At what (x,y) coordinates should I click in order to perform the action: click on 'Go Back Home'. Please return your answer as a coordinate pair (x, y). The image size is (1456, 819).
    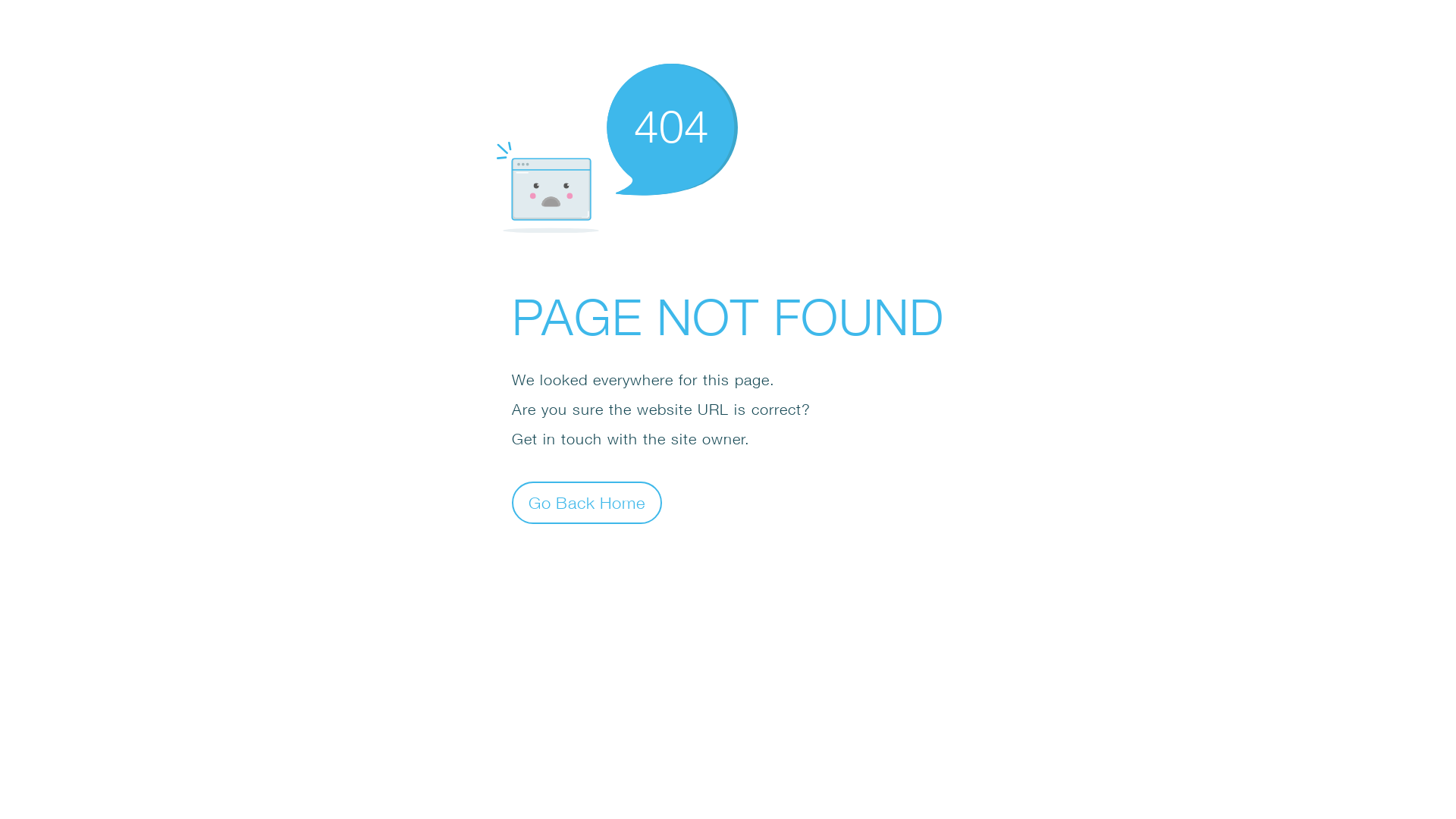
    Looking at the image, I should click on (585, 503).